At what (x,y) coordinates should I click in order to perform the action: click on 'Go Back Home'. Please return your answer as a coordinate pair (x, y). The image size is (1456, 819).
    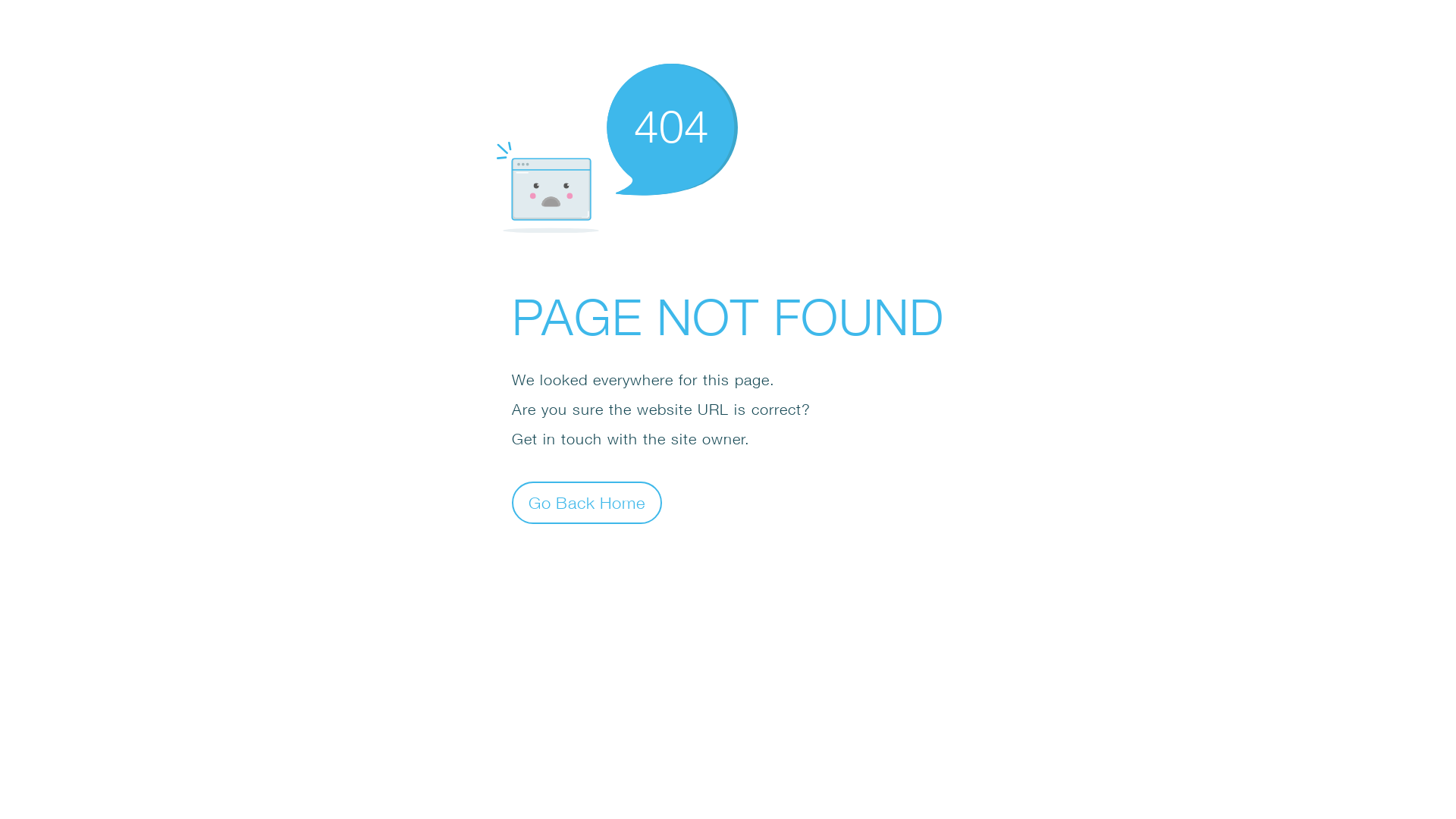
    Looking at the image, I should click on (585, 503).